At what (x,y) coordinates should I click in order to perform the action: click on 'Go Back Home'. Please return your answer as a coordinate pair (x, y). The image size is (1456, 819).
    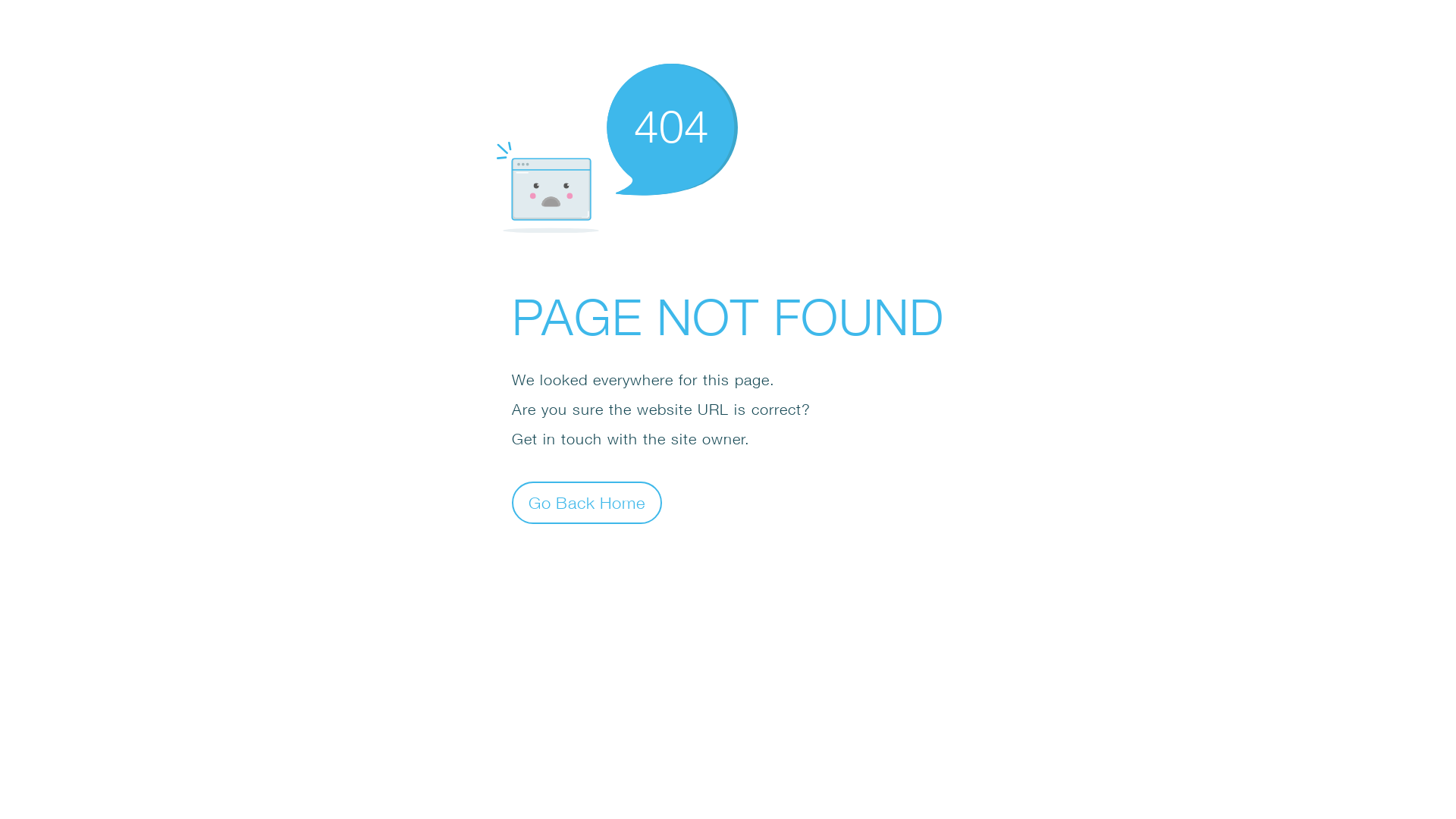
    Looking at the image, I should click on (585, 503).